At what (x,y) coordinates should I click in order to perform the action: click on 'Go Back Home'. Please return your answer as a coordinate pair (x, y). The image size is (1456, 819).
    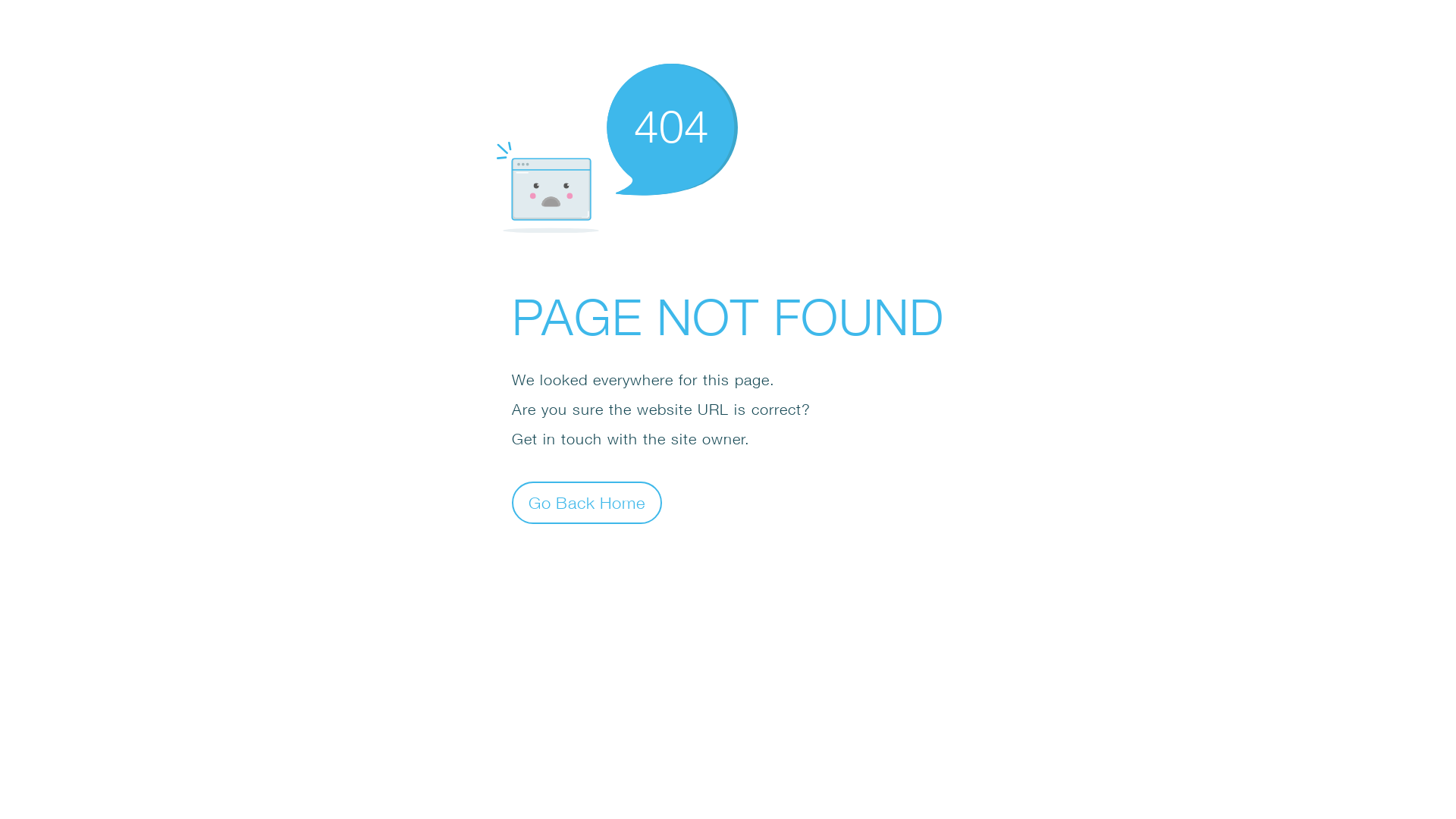
    Looking at the image, I should click on (585, 503).